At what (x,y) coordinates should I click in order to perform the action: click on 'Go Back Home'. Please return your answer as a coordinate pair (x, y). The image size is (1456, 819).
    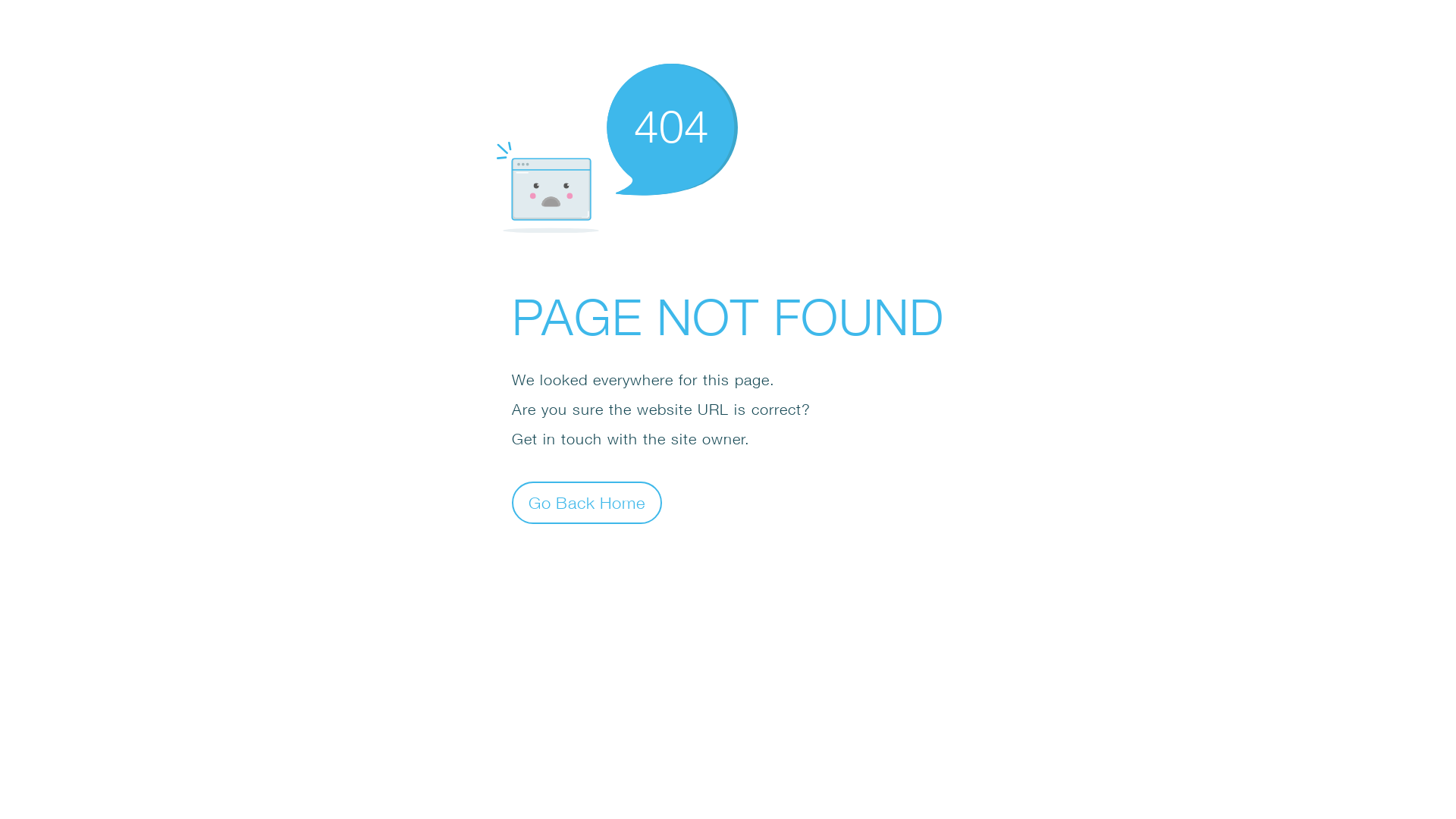
    Looking at the image, I should click on (585, 503).